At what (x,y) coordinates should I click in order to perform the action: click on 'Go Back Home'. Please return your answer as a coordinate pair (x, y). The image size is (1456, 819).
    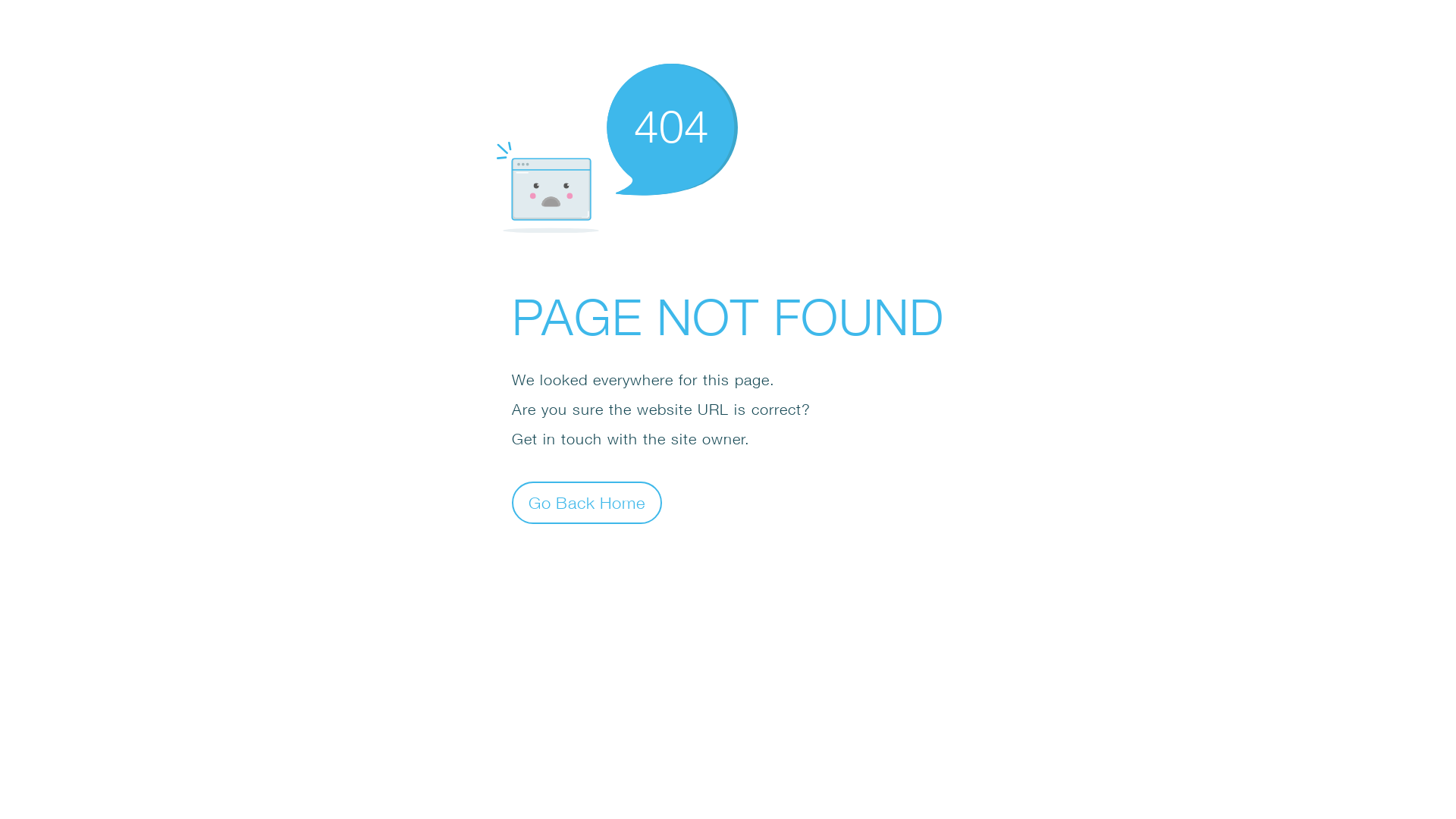
    Looking at the image, I should click on (585, 503).